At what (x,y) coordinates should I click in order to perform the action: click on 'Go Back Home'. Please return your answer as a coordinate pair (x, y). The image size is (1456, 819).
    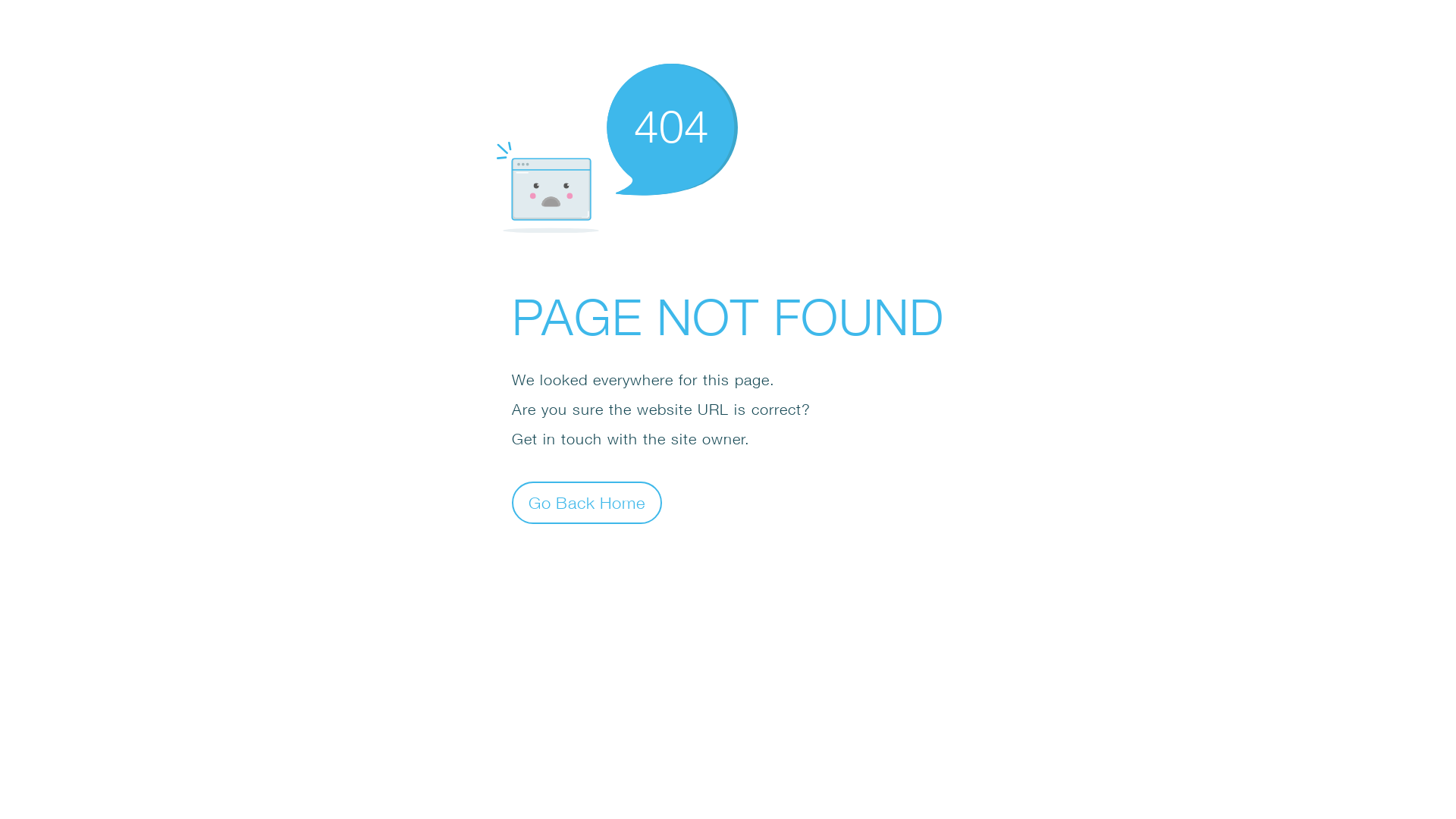
    Looking at the image, I should click on (585, 503).